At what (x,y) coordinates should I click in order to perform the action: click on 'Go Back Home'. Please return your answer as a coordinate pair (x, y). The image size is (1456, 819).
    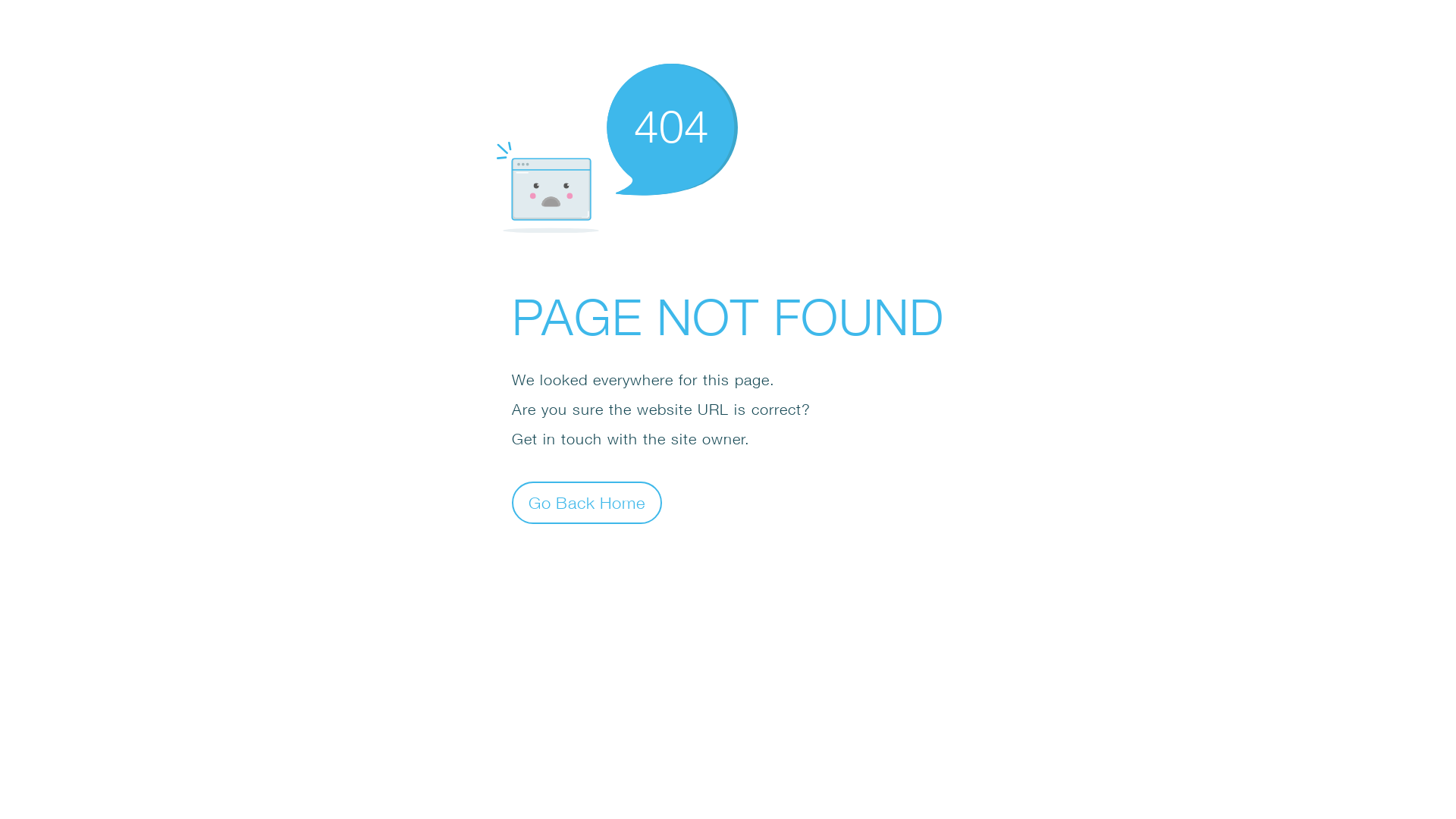
    Looking at the image, I should click on (585, 503).